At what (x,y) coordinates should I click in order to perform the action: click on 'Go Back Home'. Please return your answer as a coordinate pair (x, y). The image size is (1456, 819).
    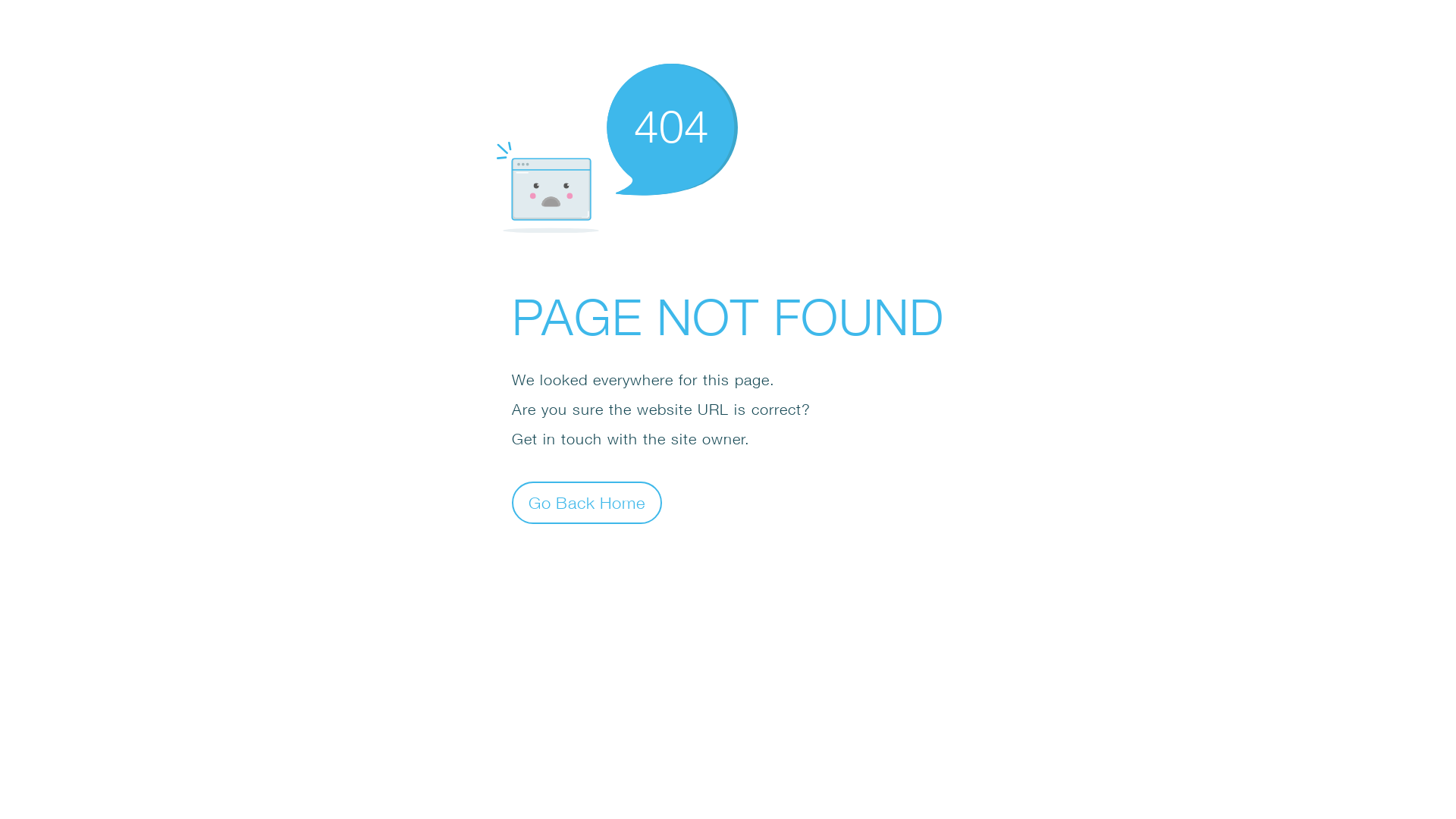
    Looking at the image, I should click on (585, 503).